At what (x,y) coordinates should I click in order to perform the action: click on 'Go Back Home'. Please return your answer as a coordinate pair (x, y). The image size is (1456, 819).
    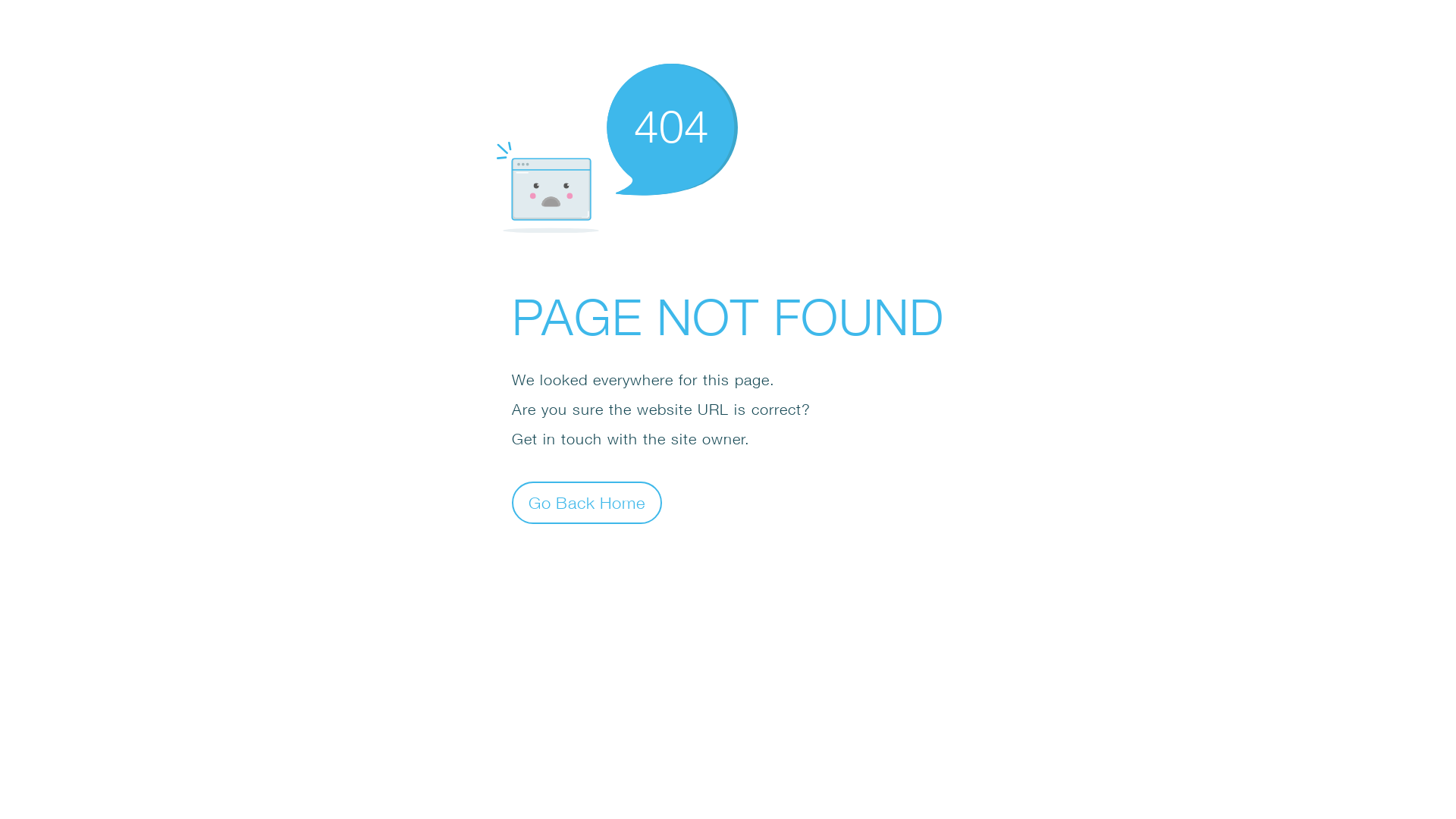
    Looking at the image, I should click on (585, 503).